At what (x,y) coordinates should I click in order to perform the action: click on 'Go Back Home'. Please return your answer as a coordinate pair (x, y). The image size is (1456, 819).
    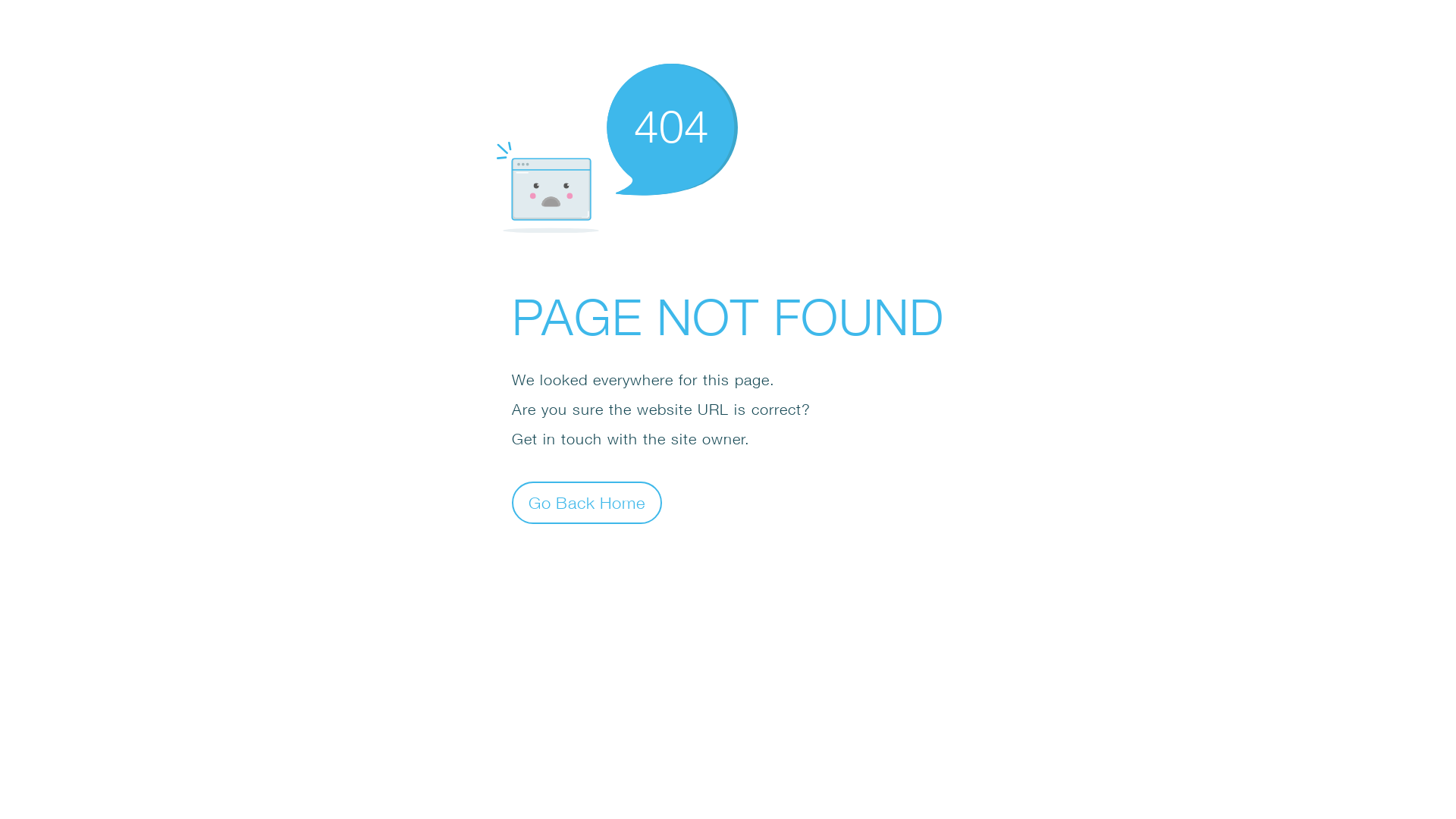
    Looking at the image, I should click on (585, 503).